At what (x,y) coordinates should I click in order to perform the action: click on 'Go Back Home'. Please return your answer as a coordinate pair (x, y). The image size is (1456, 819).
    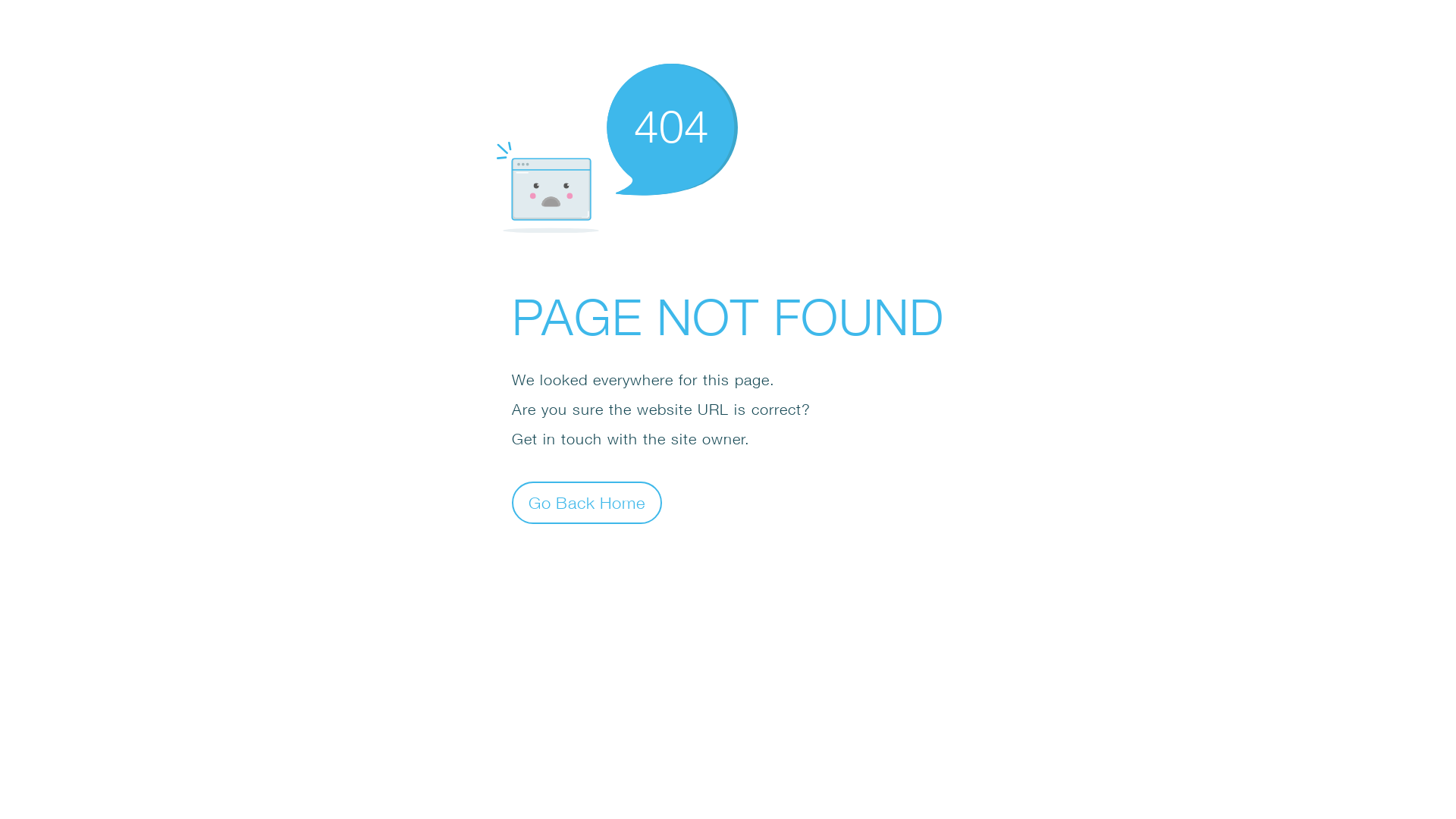
    Looking at the image, I should click on (585, 503).